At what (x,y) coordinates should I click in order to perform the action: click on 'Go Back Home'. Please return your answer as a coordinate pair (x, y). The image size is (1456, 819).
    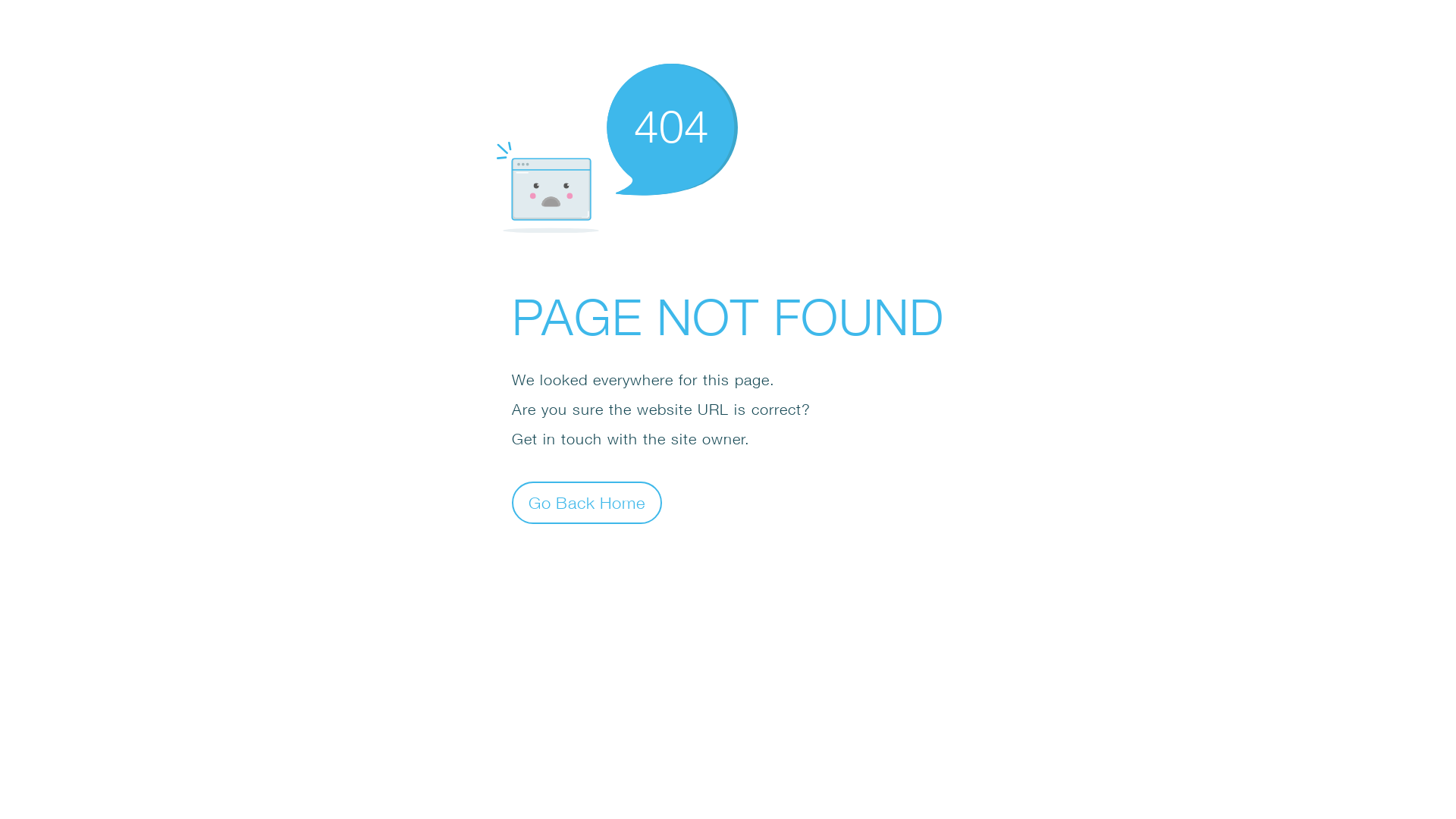
    Looking at the image, I should click on (585, 503).